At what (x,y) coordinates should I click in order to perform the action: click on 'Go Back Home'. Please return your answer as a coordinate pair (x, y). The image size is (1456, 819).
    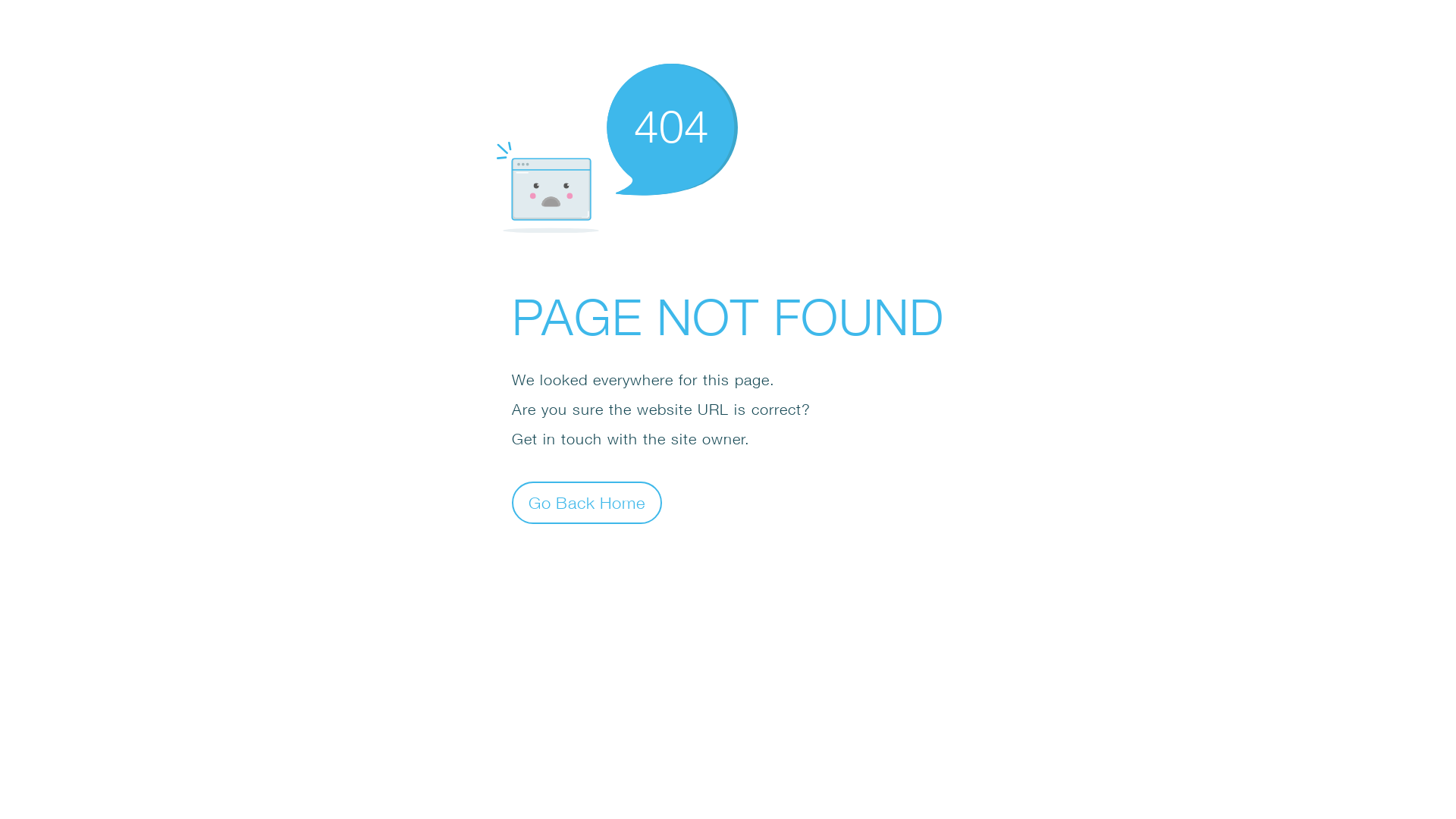
    Looking at the image, I should click on (585, 503).